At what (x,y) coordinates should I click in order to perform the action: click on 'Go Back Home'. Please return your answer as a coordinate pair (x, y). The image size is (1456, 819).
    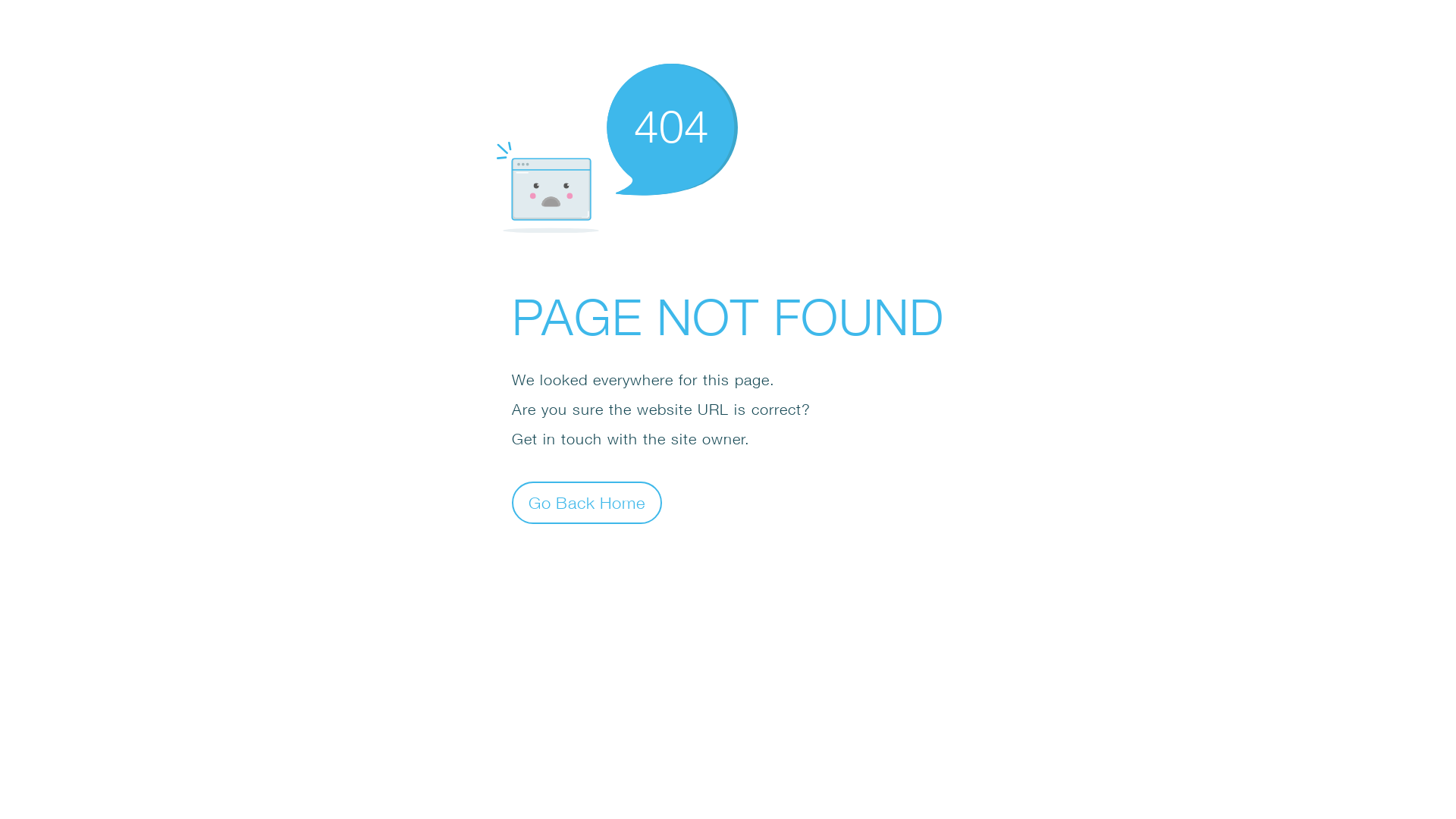
    Looking at the image, I should click on (585, 503).